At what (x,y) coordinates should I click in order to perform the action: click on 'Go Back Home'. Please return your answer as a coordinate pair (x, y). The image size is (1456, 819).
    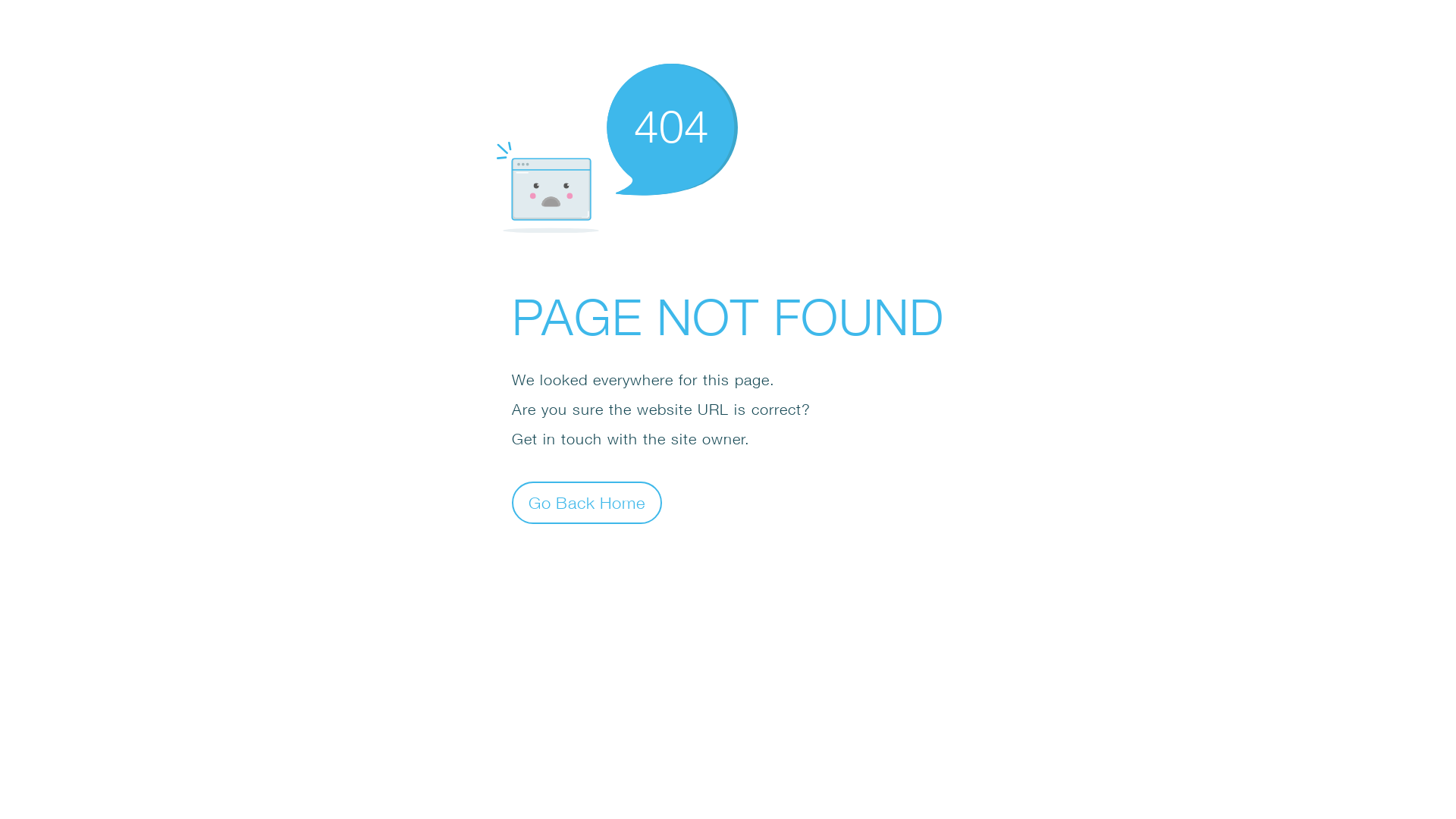
    Looking at the image, I should click on (585, 503).